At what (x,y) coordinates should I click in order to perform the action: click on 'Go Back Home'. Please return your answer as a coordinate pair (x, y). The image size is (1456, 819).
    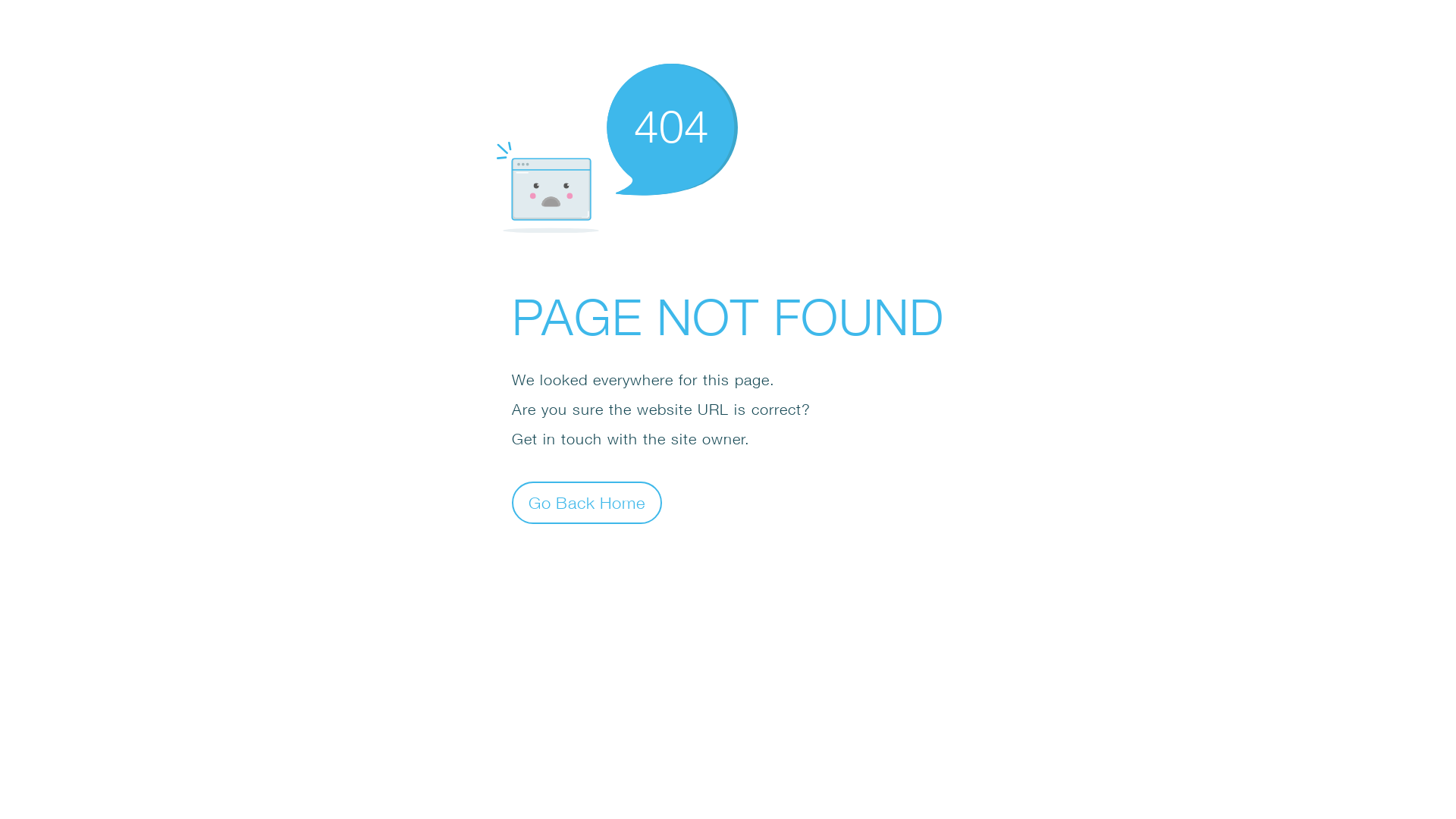
    Looking at the image, I should click on (585, 503).